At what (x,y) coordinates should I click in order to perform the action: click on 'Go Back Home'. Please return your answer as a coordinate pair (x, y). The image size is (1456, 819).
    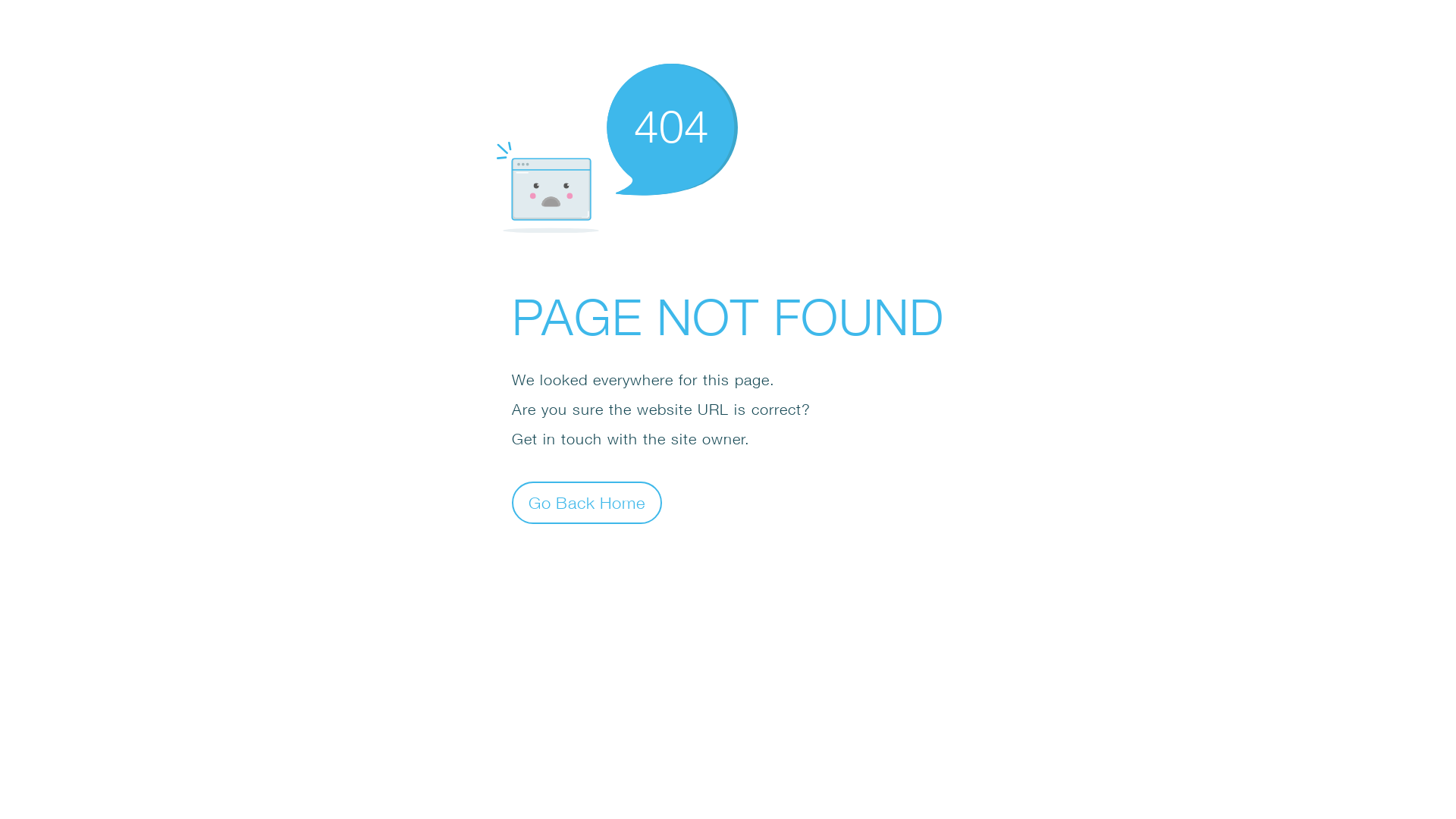
    Looking at the image, I should click on (585, 503).